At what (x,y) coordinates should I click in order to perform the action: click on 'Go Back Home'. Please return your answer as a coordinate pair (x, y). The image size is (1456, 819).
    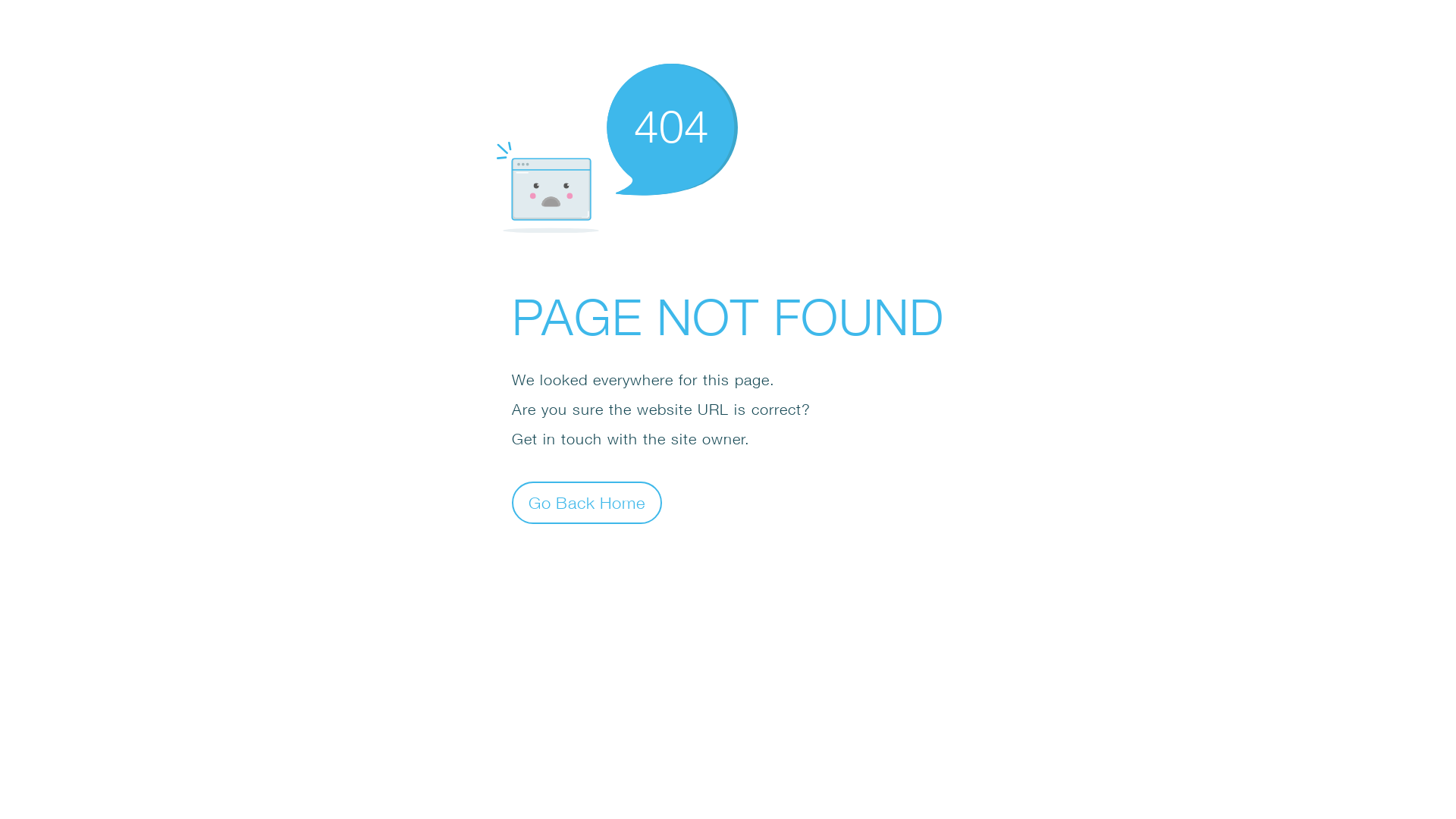
    Looking at the image, I should click on (585, 503).